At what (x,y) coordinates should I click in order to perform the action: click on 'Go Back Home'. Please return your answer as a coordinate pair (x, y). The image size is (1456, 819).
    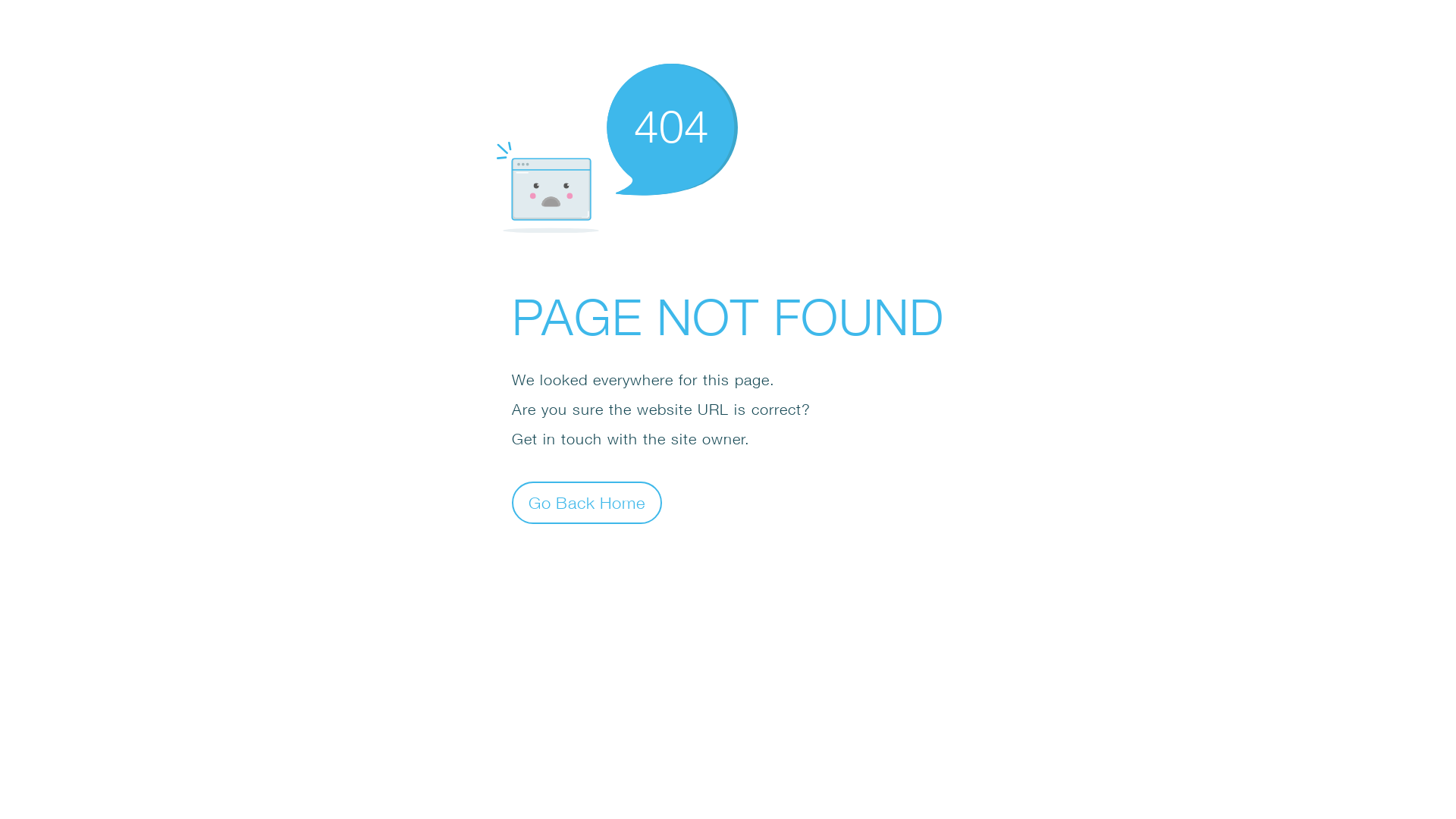
    Looking at the image, I should click on (585, 503).